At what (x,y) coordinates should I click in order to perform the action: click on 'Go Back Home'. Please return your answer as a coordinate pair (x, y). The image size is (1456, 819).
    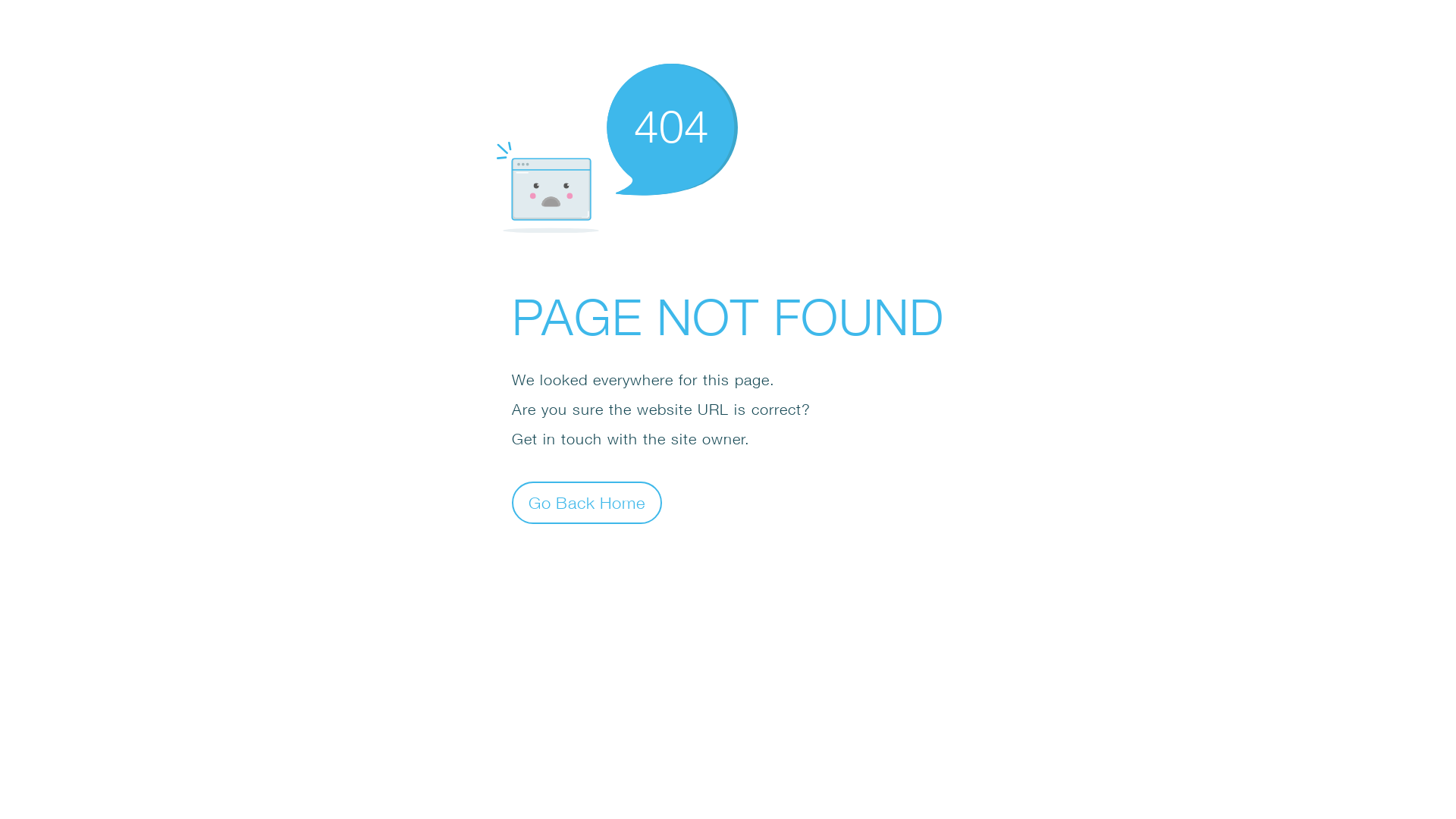
    Looking at the image, I should click on (585, 503).